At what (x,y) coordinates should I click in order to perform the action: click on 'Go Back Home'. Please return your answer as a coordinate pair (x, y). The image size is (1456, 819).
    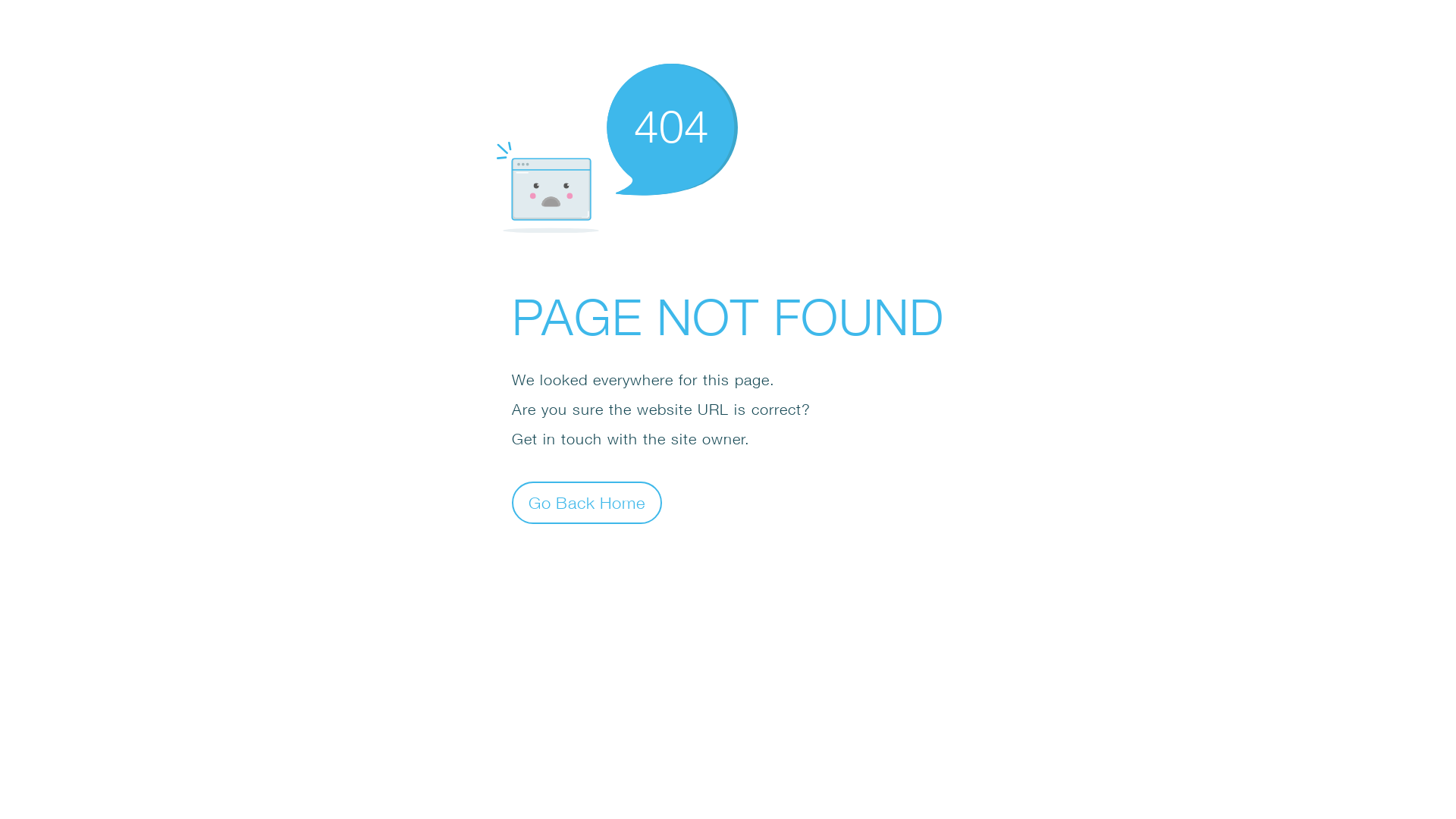
    Looking at the image, I should click on (585, 503).